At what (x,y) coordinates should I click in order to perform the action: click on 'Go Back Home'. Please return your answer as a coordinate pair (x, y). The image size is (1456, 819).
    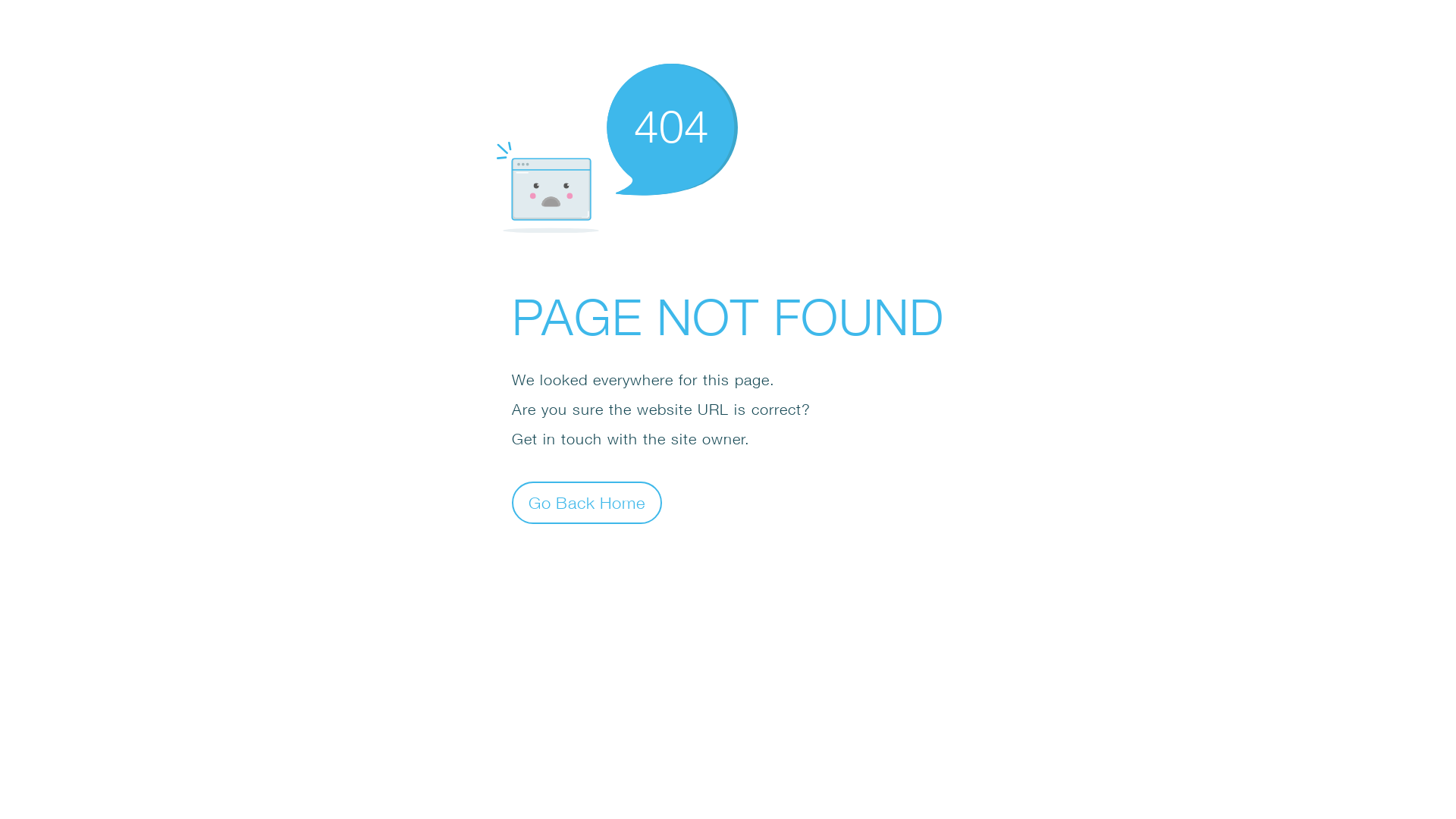
    Looking at the image, I should click on (585, 503).